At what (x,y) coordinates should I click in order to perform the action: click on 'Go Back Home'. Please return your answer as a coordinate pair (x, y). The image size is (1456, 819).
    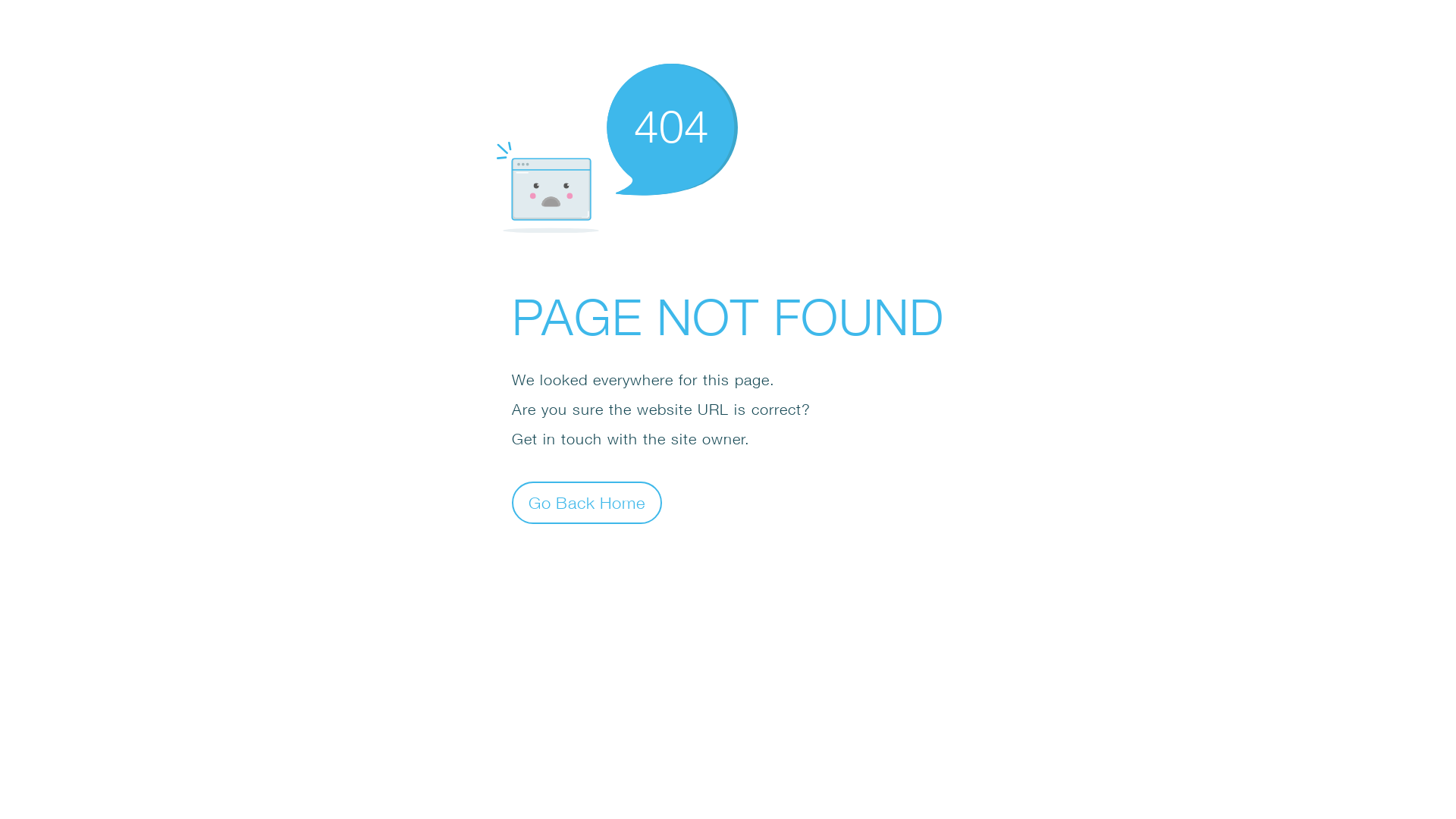
    Looking at the image, I should click on (585, 503).